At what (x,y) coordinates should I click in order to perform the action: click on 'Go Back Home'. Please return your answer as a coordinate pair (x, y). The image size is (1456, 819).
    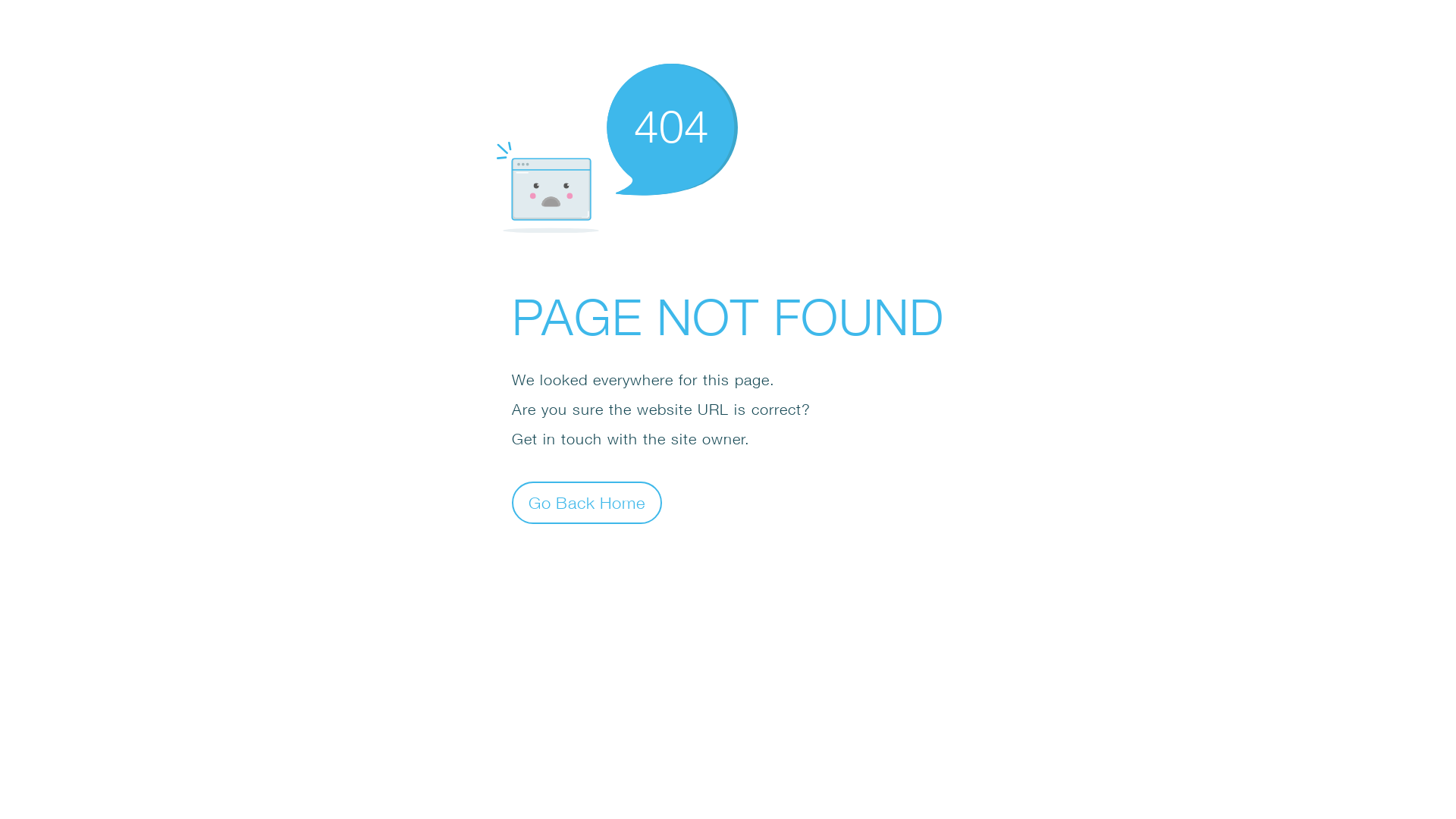
    Looking at the image, I should click on (585, 503).